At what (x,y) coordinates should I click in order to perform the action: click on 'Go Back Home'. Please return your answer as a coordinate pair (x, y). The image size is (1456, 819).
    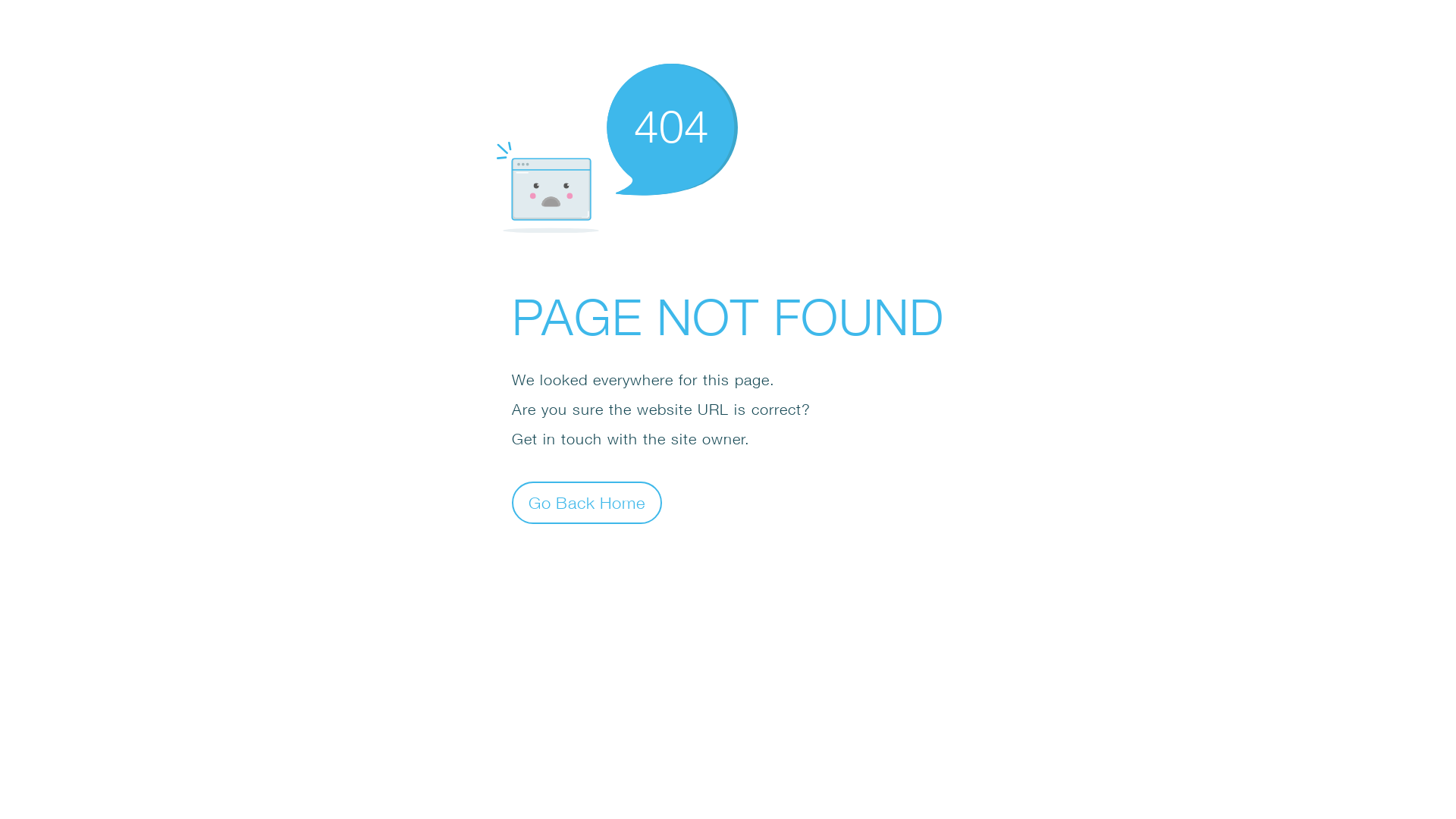
    Looking at the image, I should click on (585, 503).